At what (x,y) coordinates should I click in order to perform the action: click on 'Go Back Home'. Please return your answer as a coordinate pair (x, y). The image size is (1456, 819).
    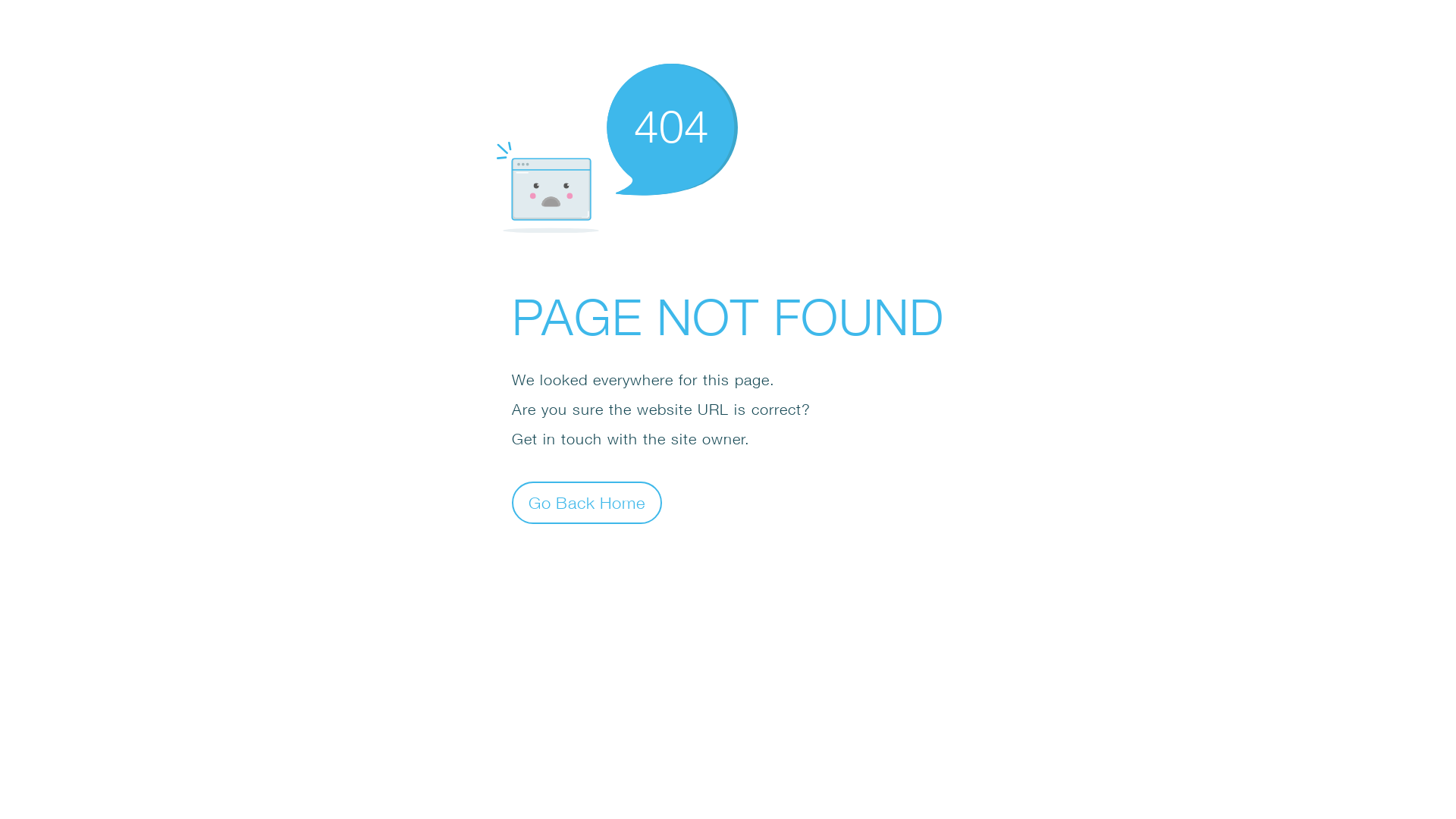
    Looking at the image, I should click on (585, 503).